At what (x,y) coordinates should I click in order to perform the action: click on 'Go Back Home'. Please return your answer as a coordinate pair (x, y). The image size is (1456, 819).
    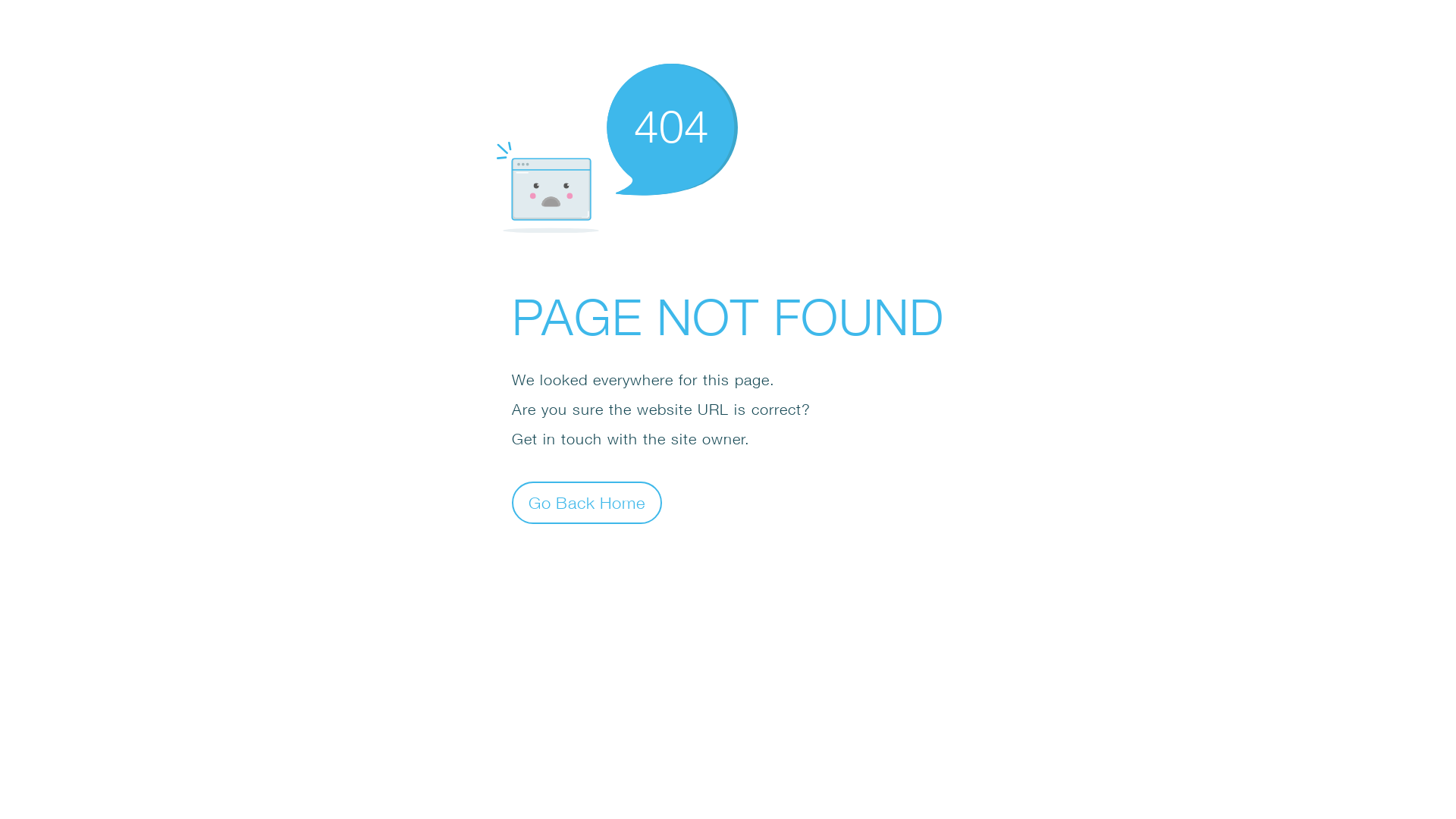
    Looking at the image, I should click on (585, 503).